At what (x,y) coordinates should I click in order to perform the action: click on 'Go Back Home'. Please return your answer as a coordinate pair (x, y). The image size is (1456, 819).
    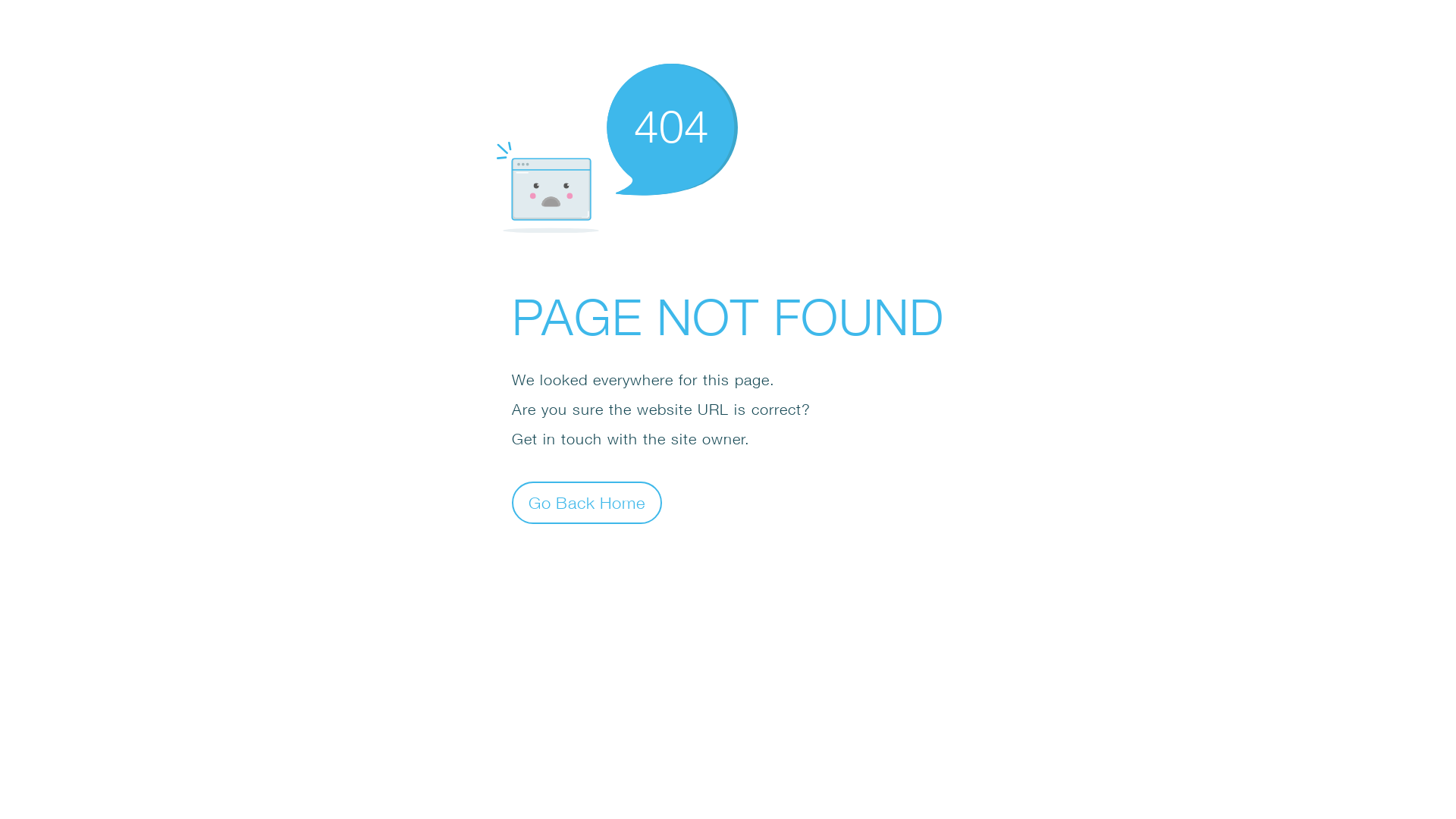
    Looking at the image, I should click on (585, 503).